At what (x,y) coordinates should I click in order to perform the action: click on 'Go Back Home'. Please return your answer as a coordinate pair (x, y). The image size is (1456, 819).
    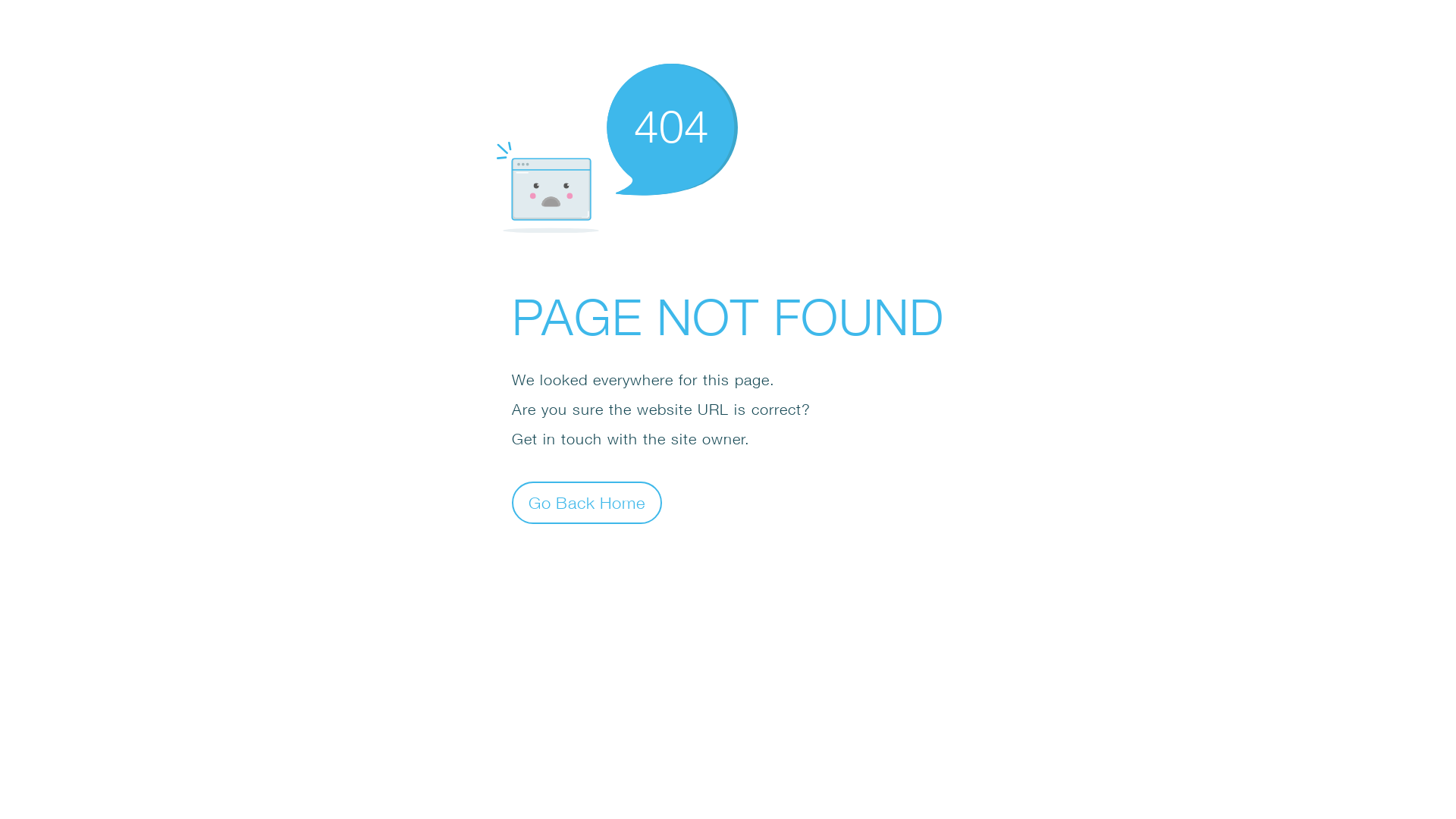
    Looking at the image, I should click on (585, 503).